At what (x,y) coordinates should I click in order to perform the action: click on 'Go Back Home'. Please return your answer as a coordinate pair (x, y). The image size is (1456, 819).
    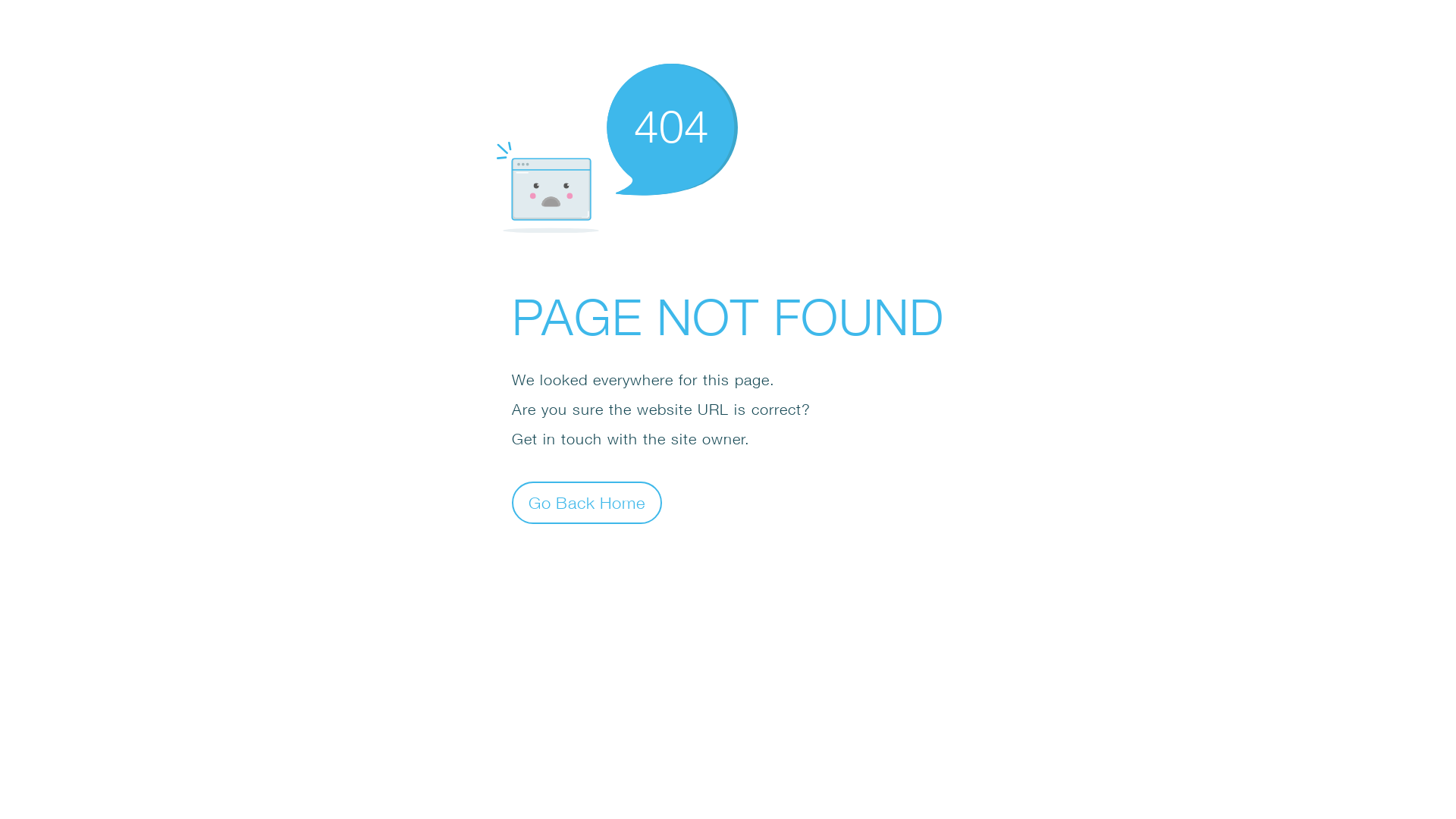
    Looking at the image, I should click on (585, 503).